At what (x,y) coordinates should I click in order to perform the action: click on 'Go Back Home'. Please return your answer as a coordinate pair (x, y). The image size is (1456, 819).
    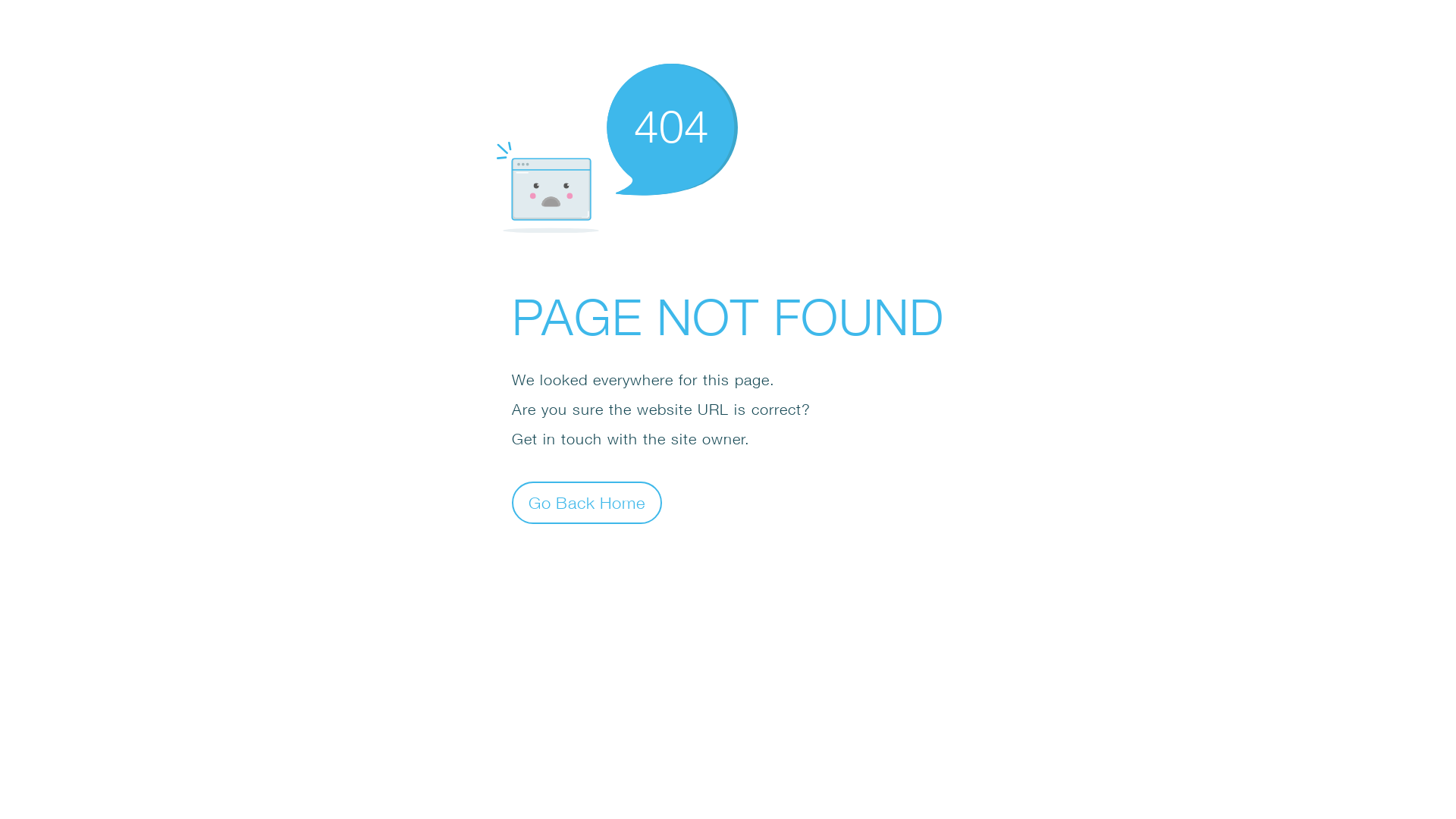
    Looking at the image, I should click on (585, 503).